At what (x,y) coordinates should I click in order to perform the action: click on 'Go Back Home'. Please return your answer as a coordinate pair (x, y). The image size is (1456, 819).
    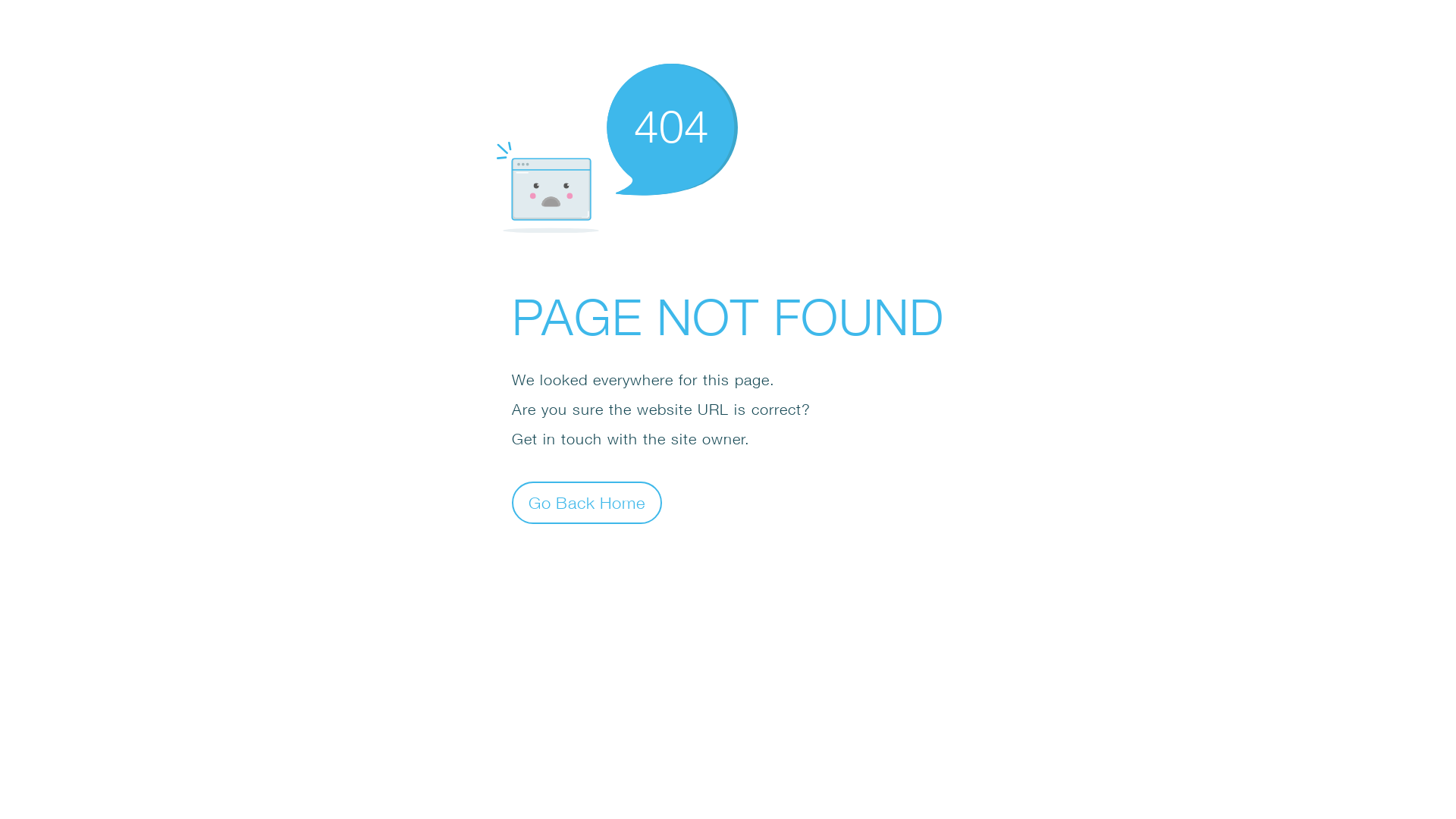
    Looking at the image, I should click on (585, 503).